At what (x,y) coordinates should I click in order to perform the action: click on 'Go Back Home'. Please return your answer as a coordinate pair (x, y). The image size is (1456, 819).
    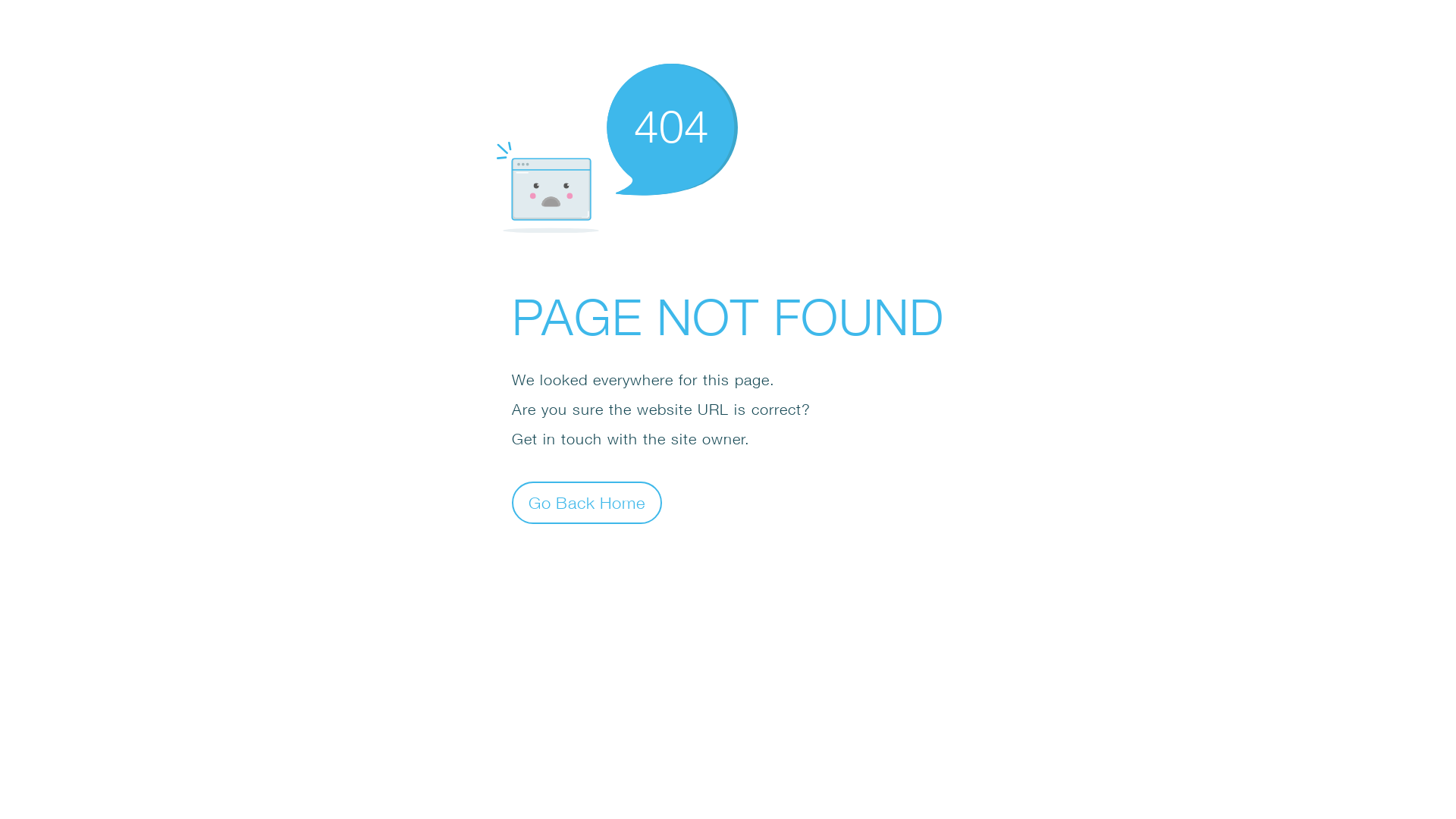
    Looking at the image, I should click on (585, 503).